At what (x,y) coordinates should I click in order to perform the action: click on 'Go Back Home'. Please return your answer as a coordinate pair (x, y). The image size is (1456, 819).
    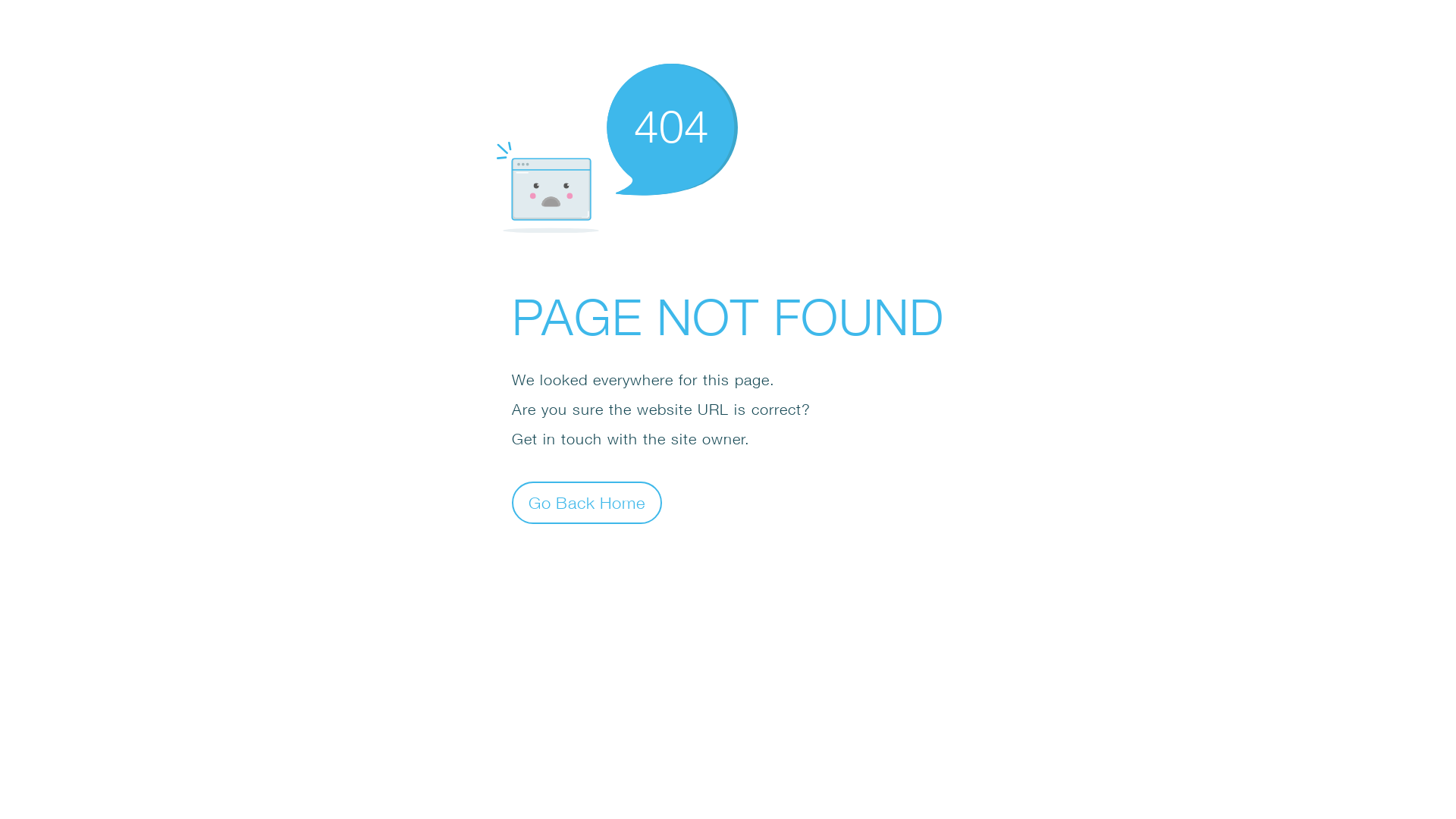
    Looking at the image, I should click on (585, 503).